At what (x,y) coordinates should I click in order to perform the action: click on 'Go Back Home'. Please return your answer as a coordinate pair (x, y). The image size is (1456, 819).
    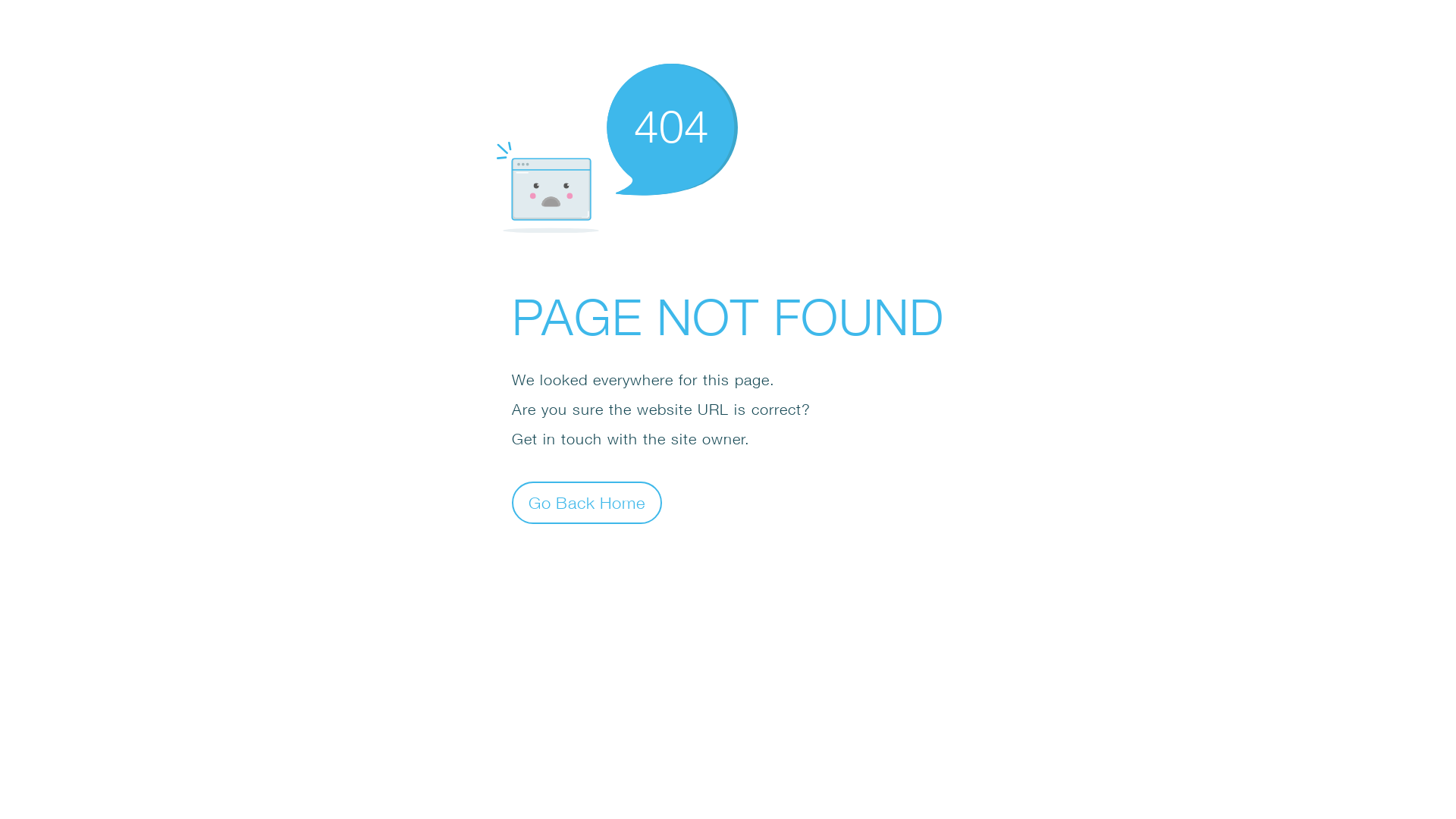
    Looking at the image, I should click on (585, 503).